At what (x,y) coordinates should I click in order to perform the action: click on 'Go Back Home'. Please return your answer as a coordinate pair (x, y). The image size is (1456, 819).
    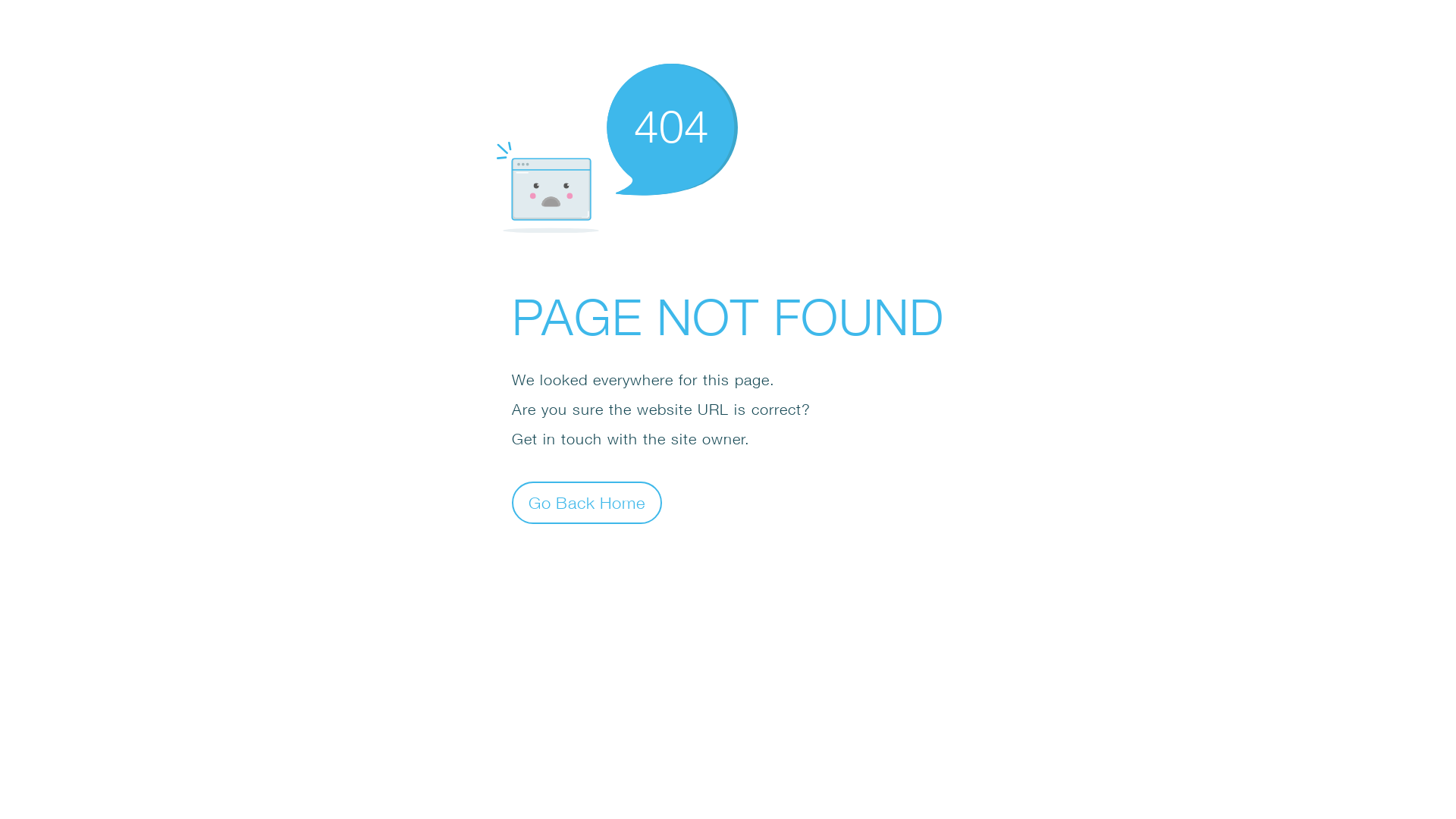
    Looking at the image, I should click on (585, 503).